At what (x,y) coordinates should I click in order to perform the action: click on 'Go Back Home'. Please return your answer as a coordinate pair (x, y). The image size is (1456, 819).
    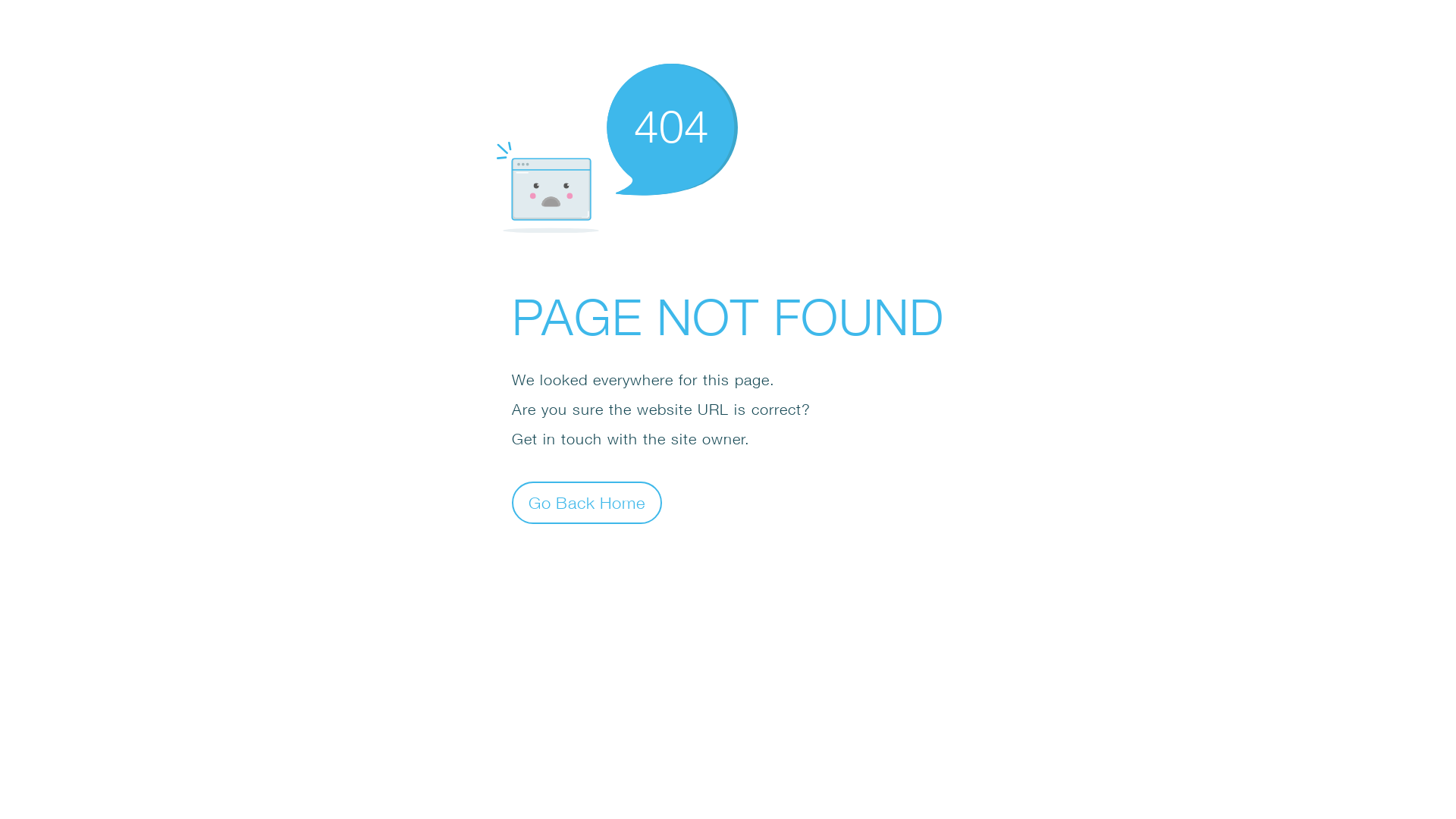
    Looking at the image, I should click on (585, 503).